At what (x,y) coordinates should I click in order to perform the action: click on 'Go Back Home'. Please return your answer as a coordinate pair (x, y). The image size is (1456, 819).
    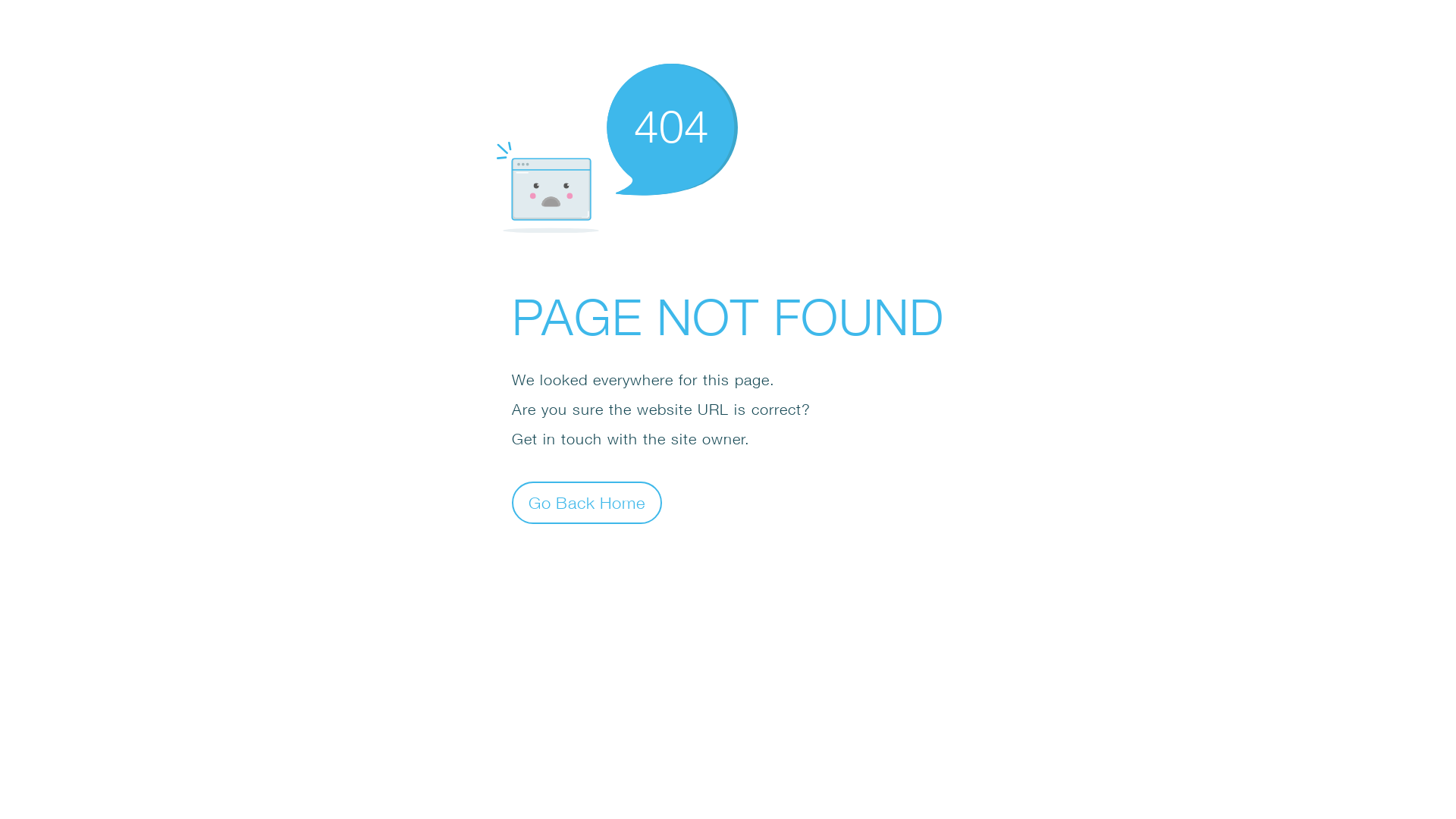
    Looking at the image, I should click on (585, 503).